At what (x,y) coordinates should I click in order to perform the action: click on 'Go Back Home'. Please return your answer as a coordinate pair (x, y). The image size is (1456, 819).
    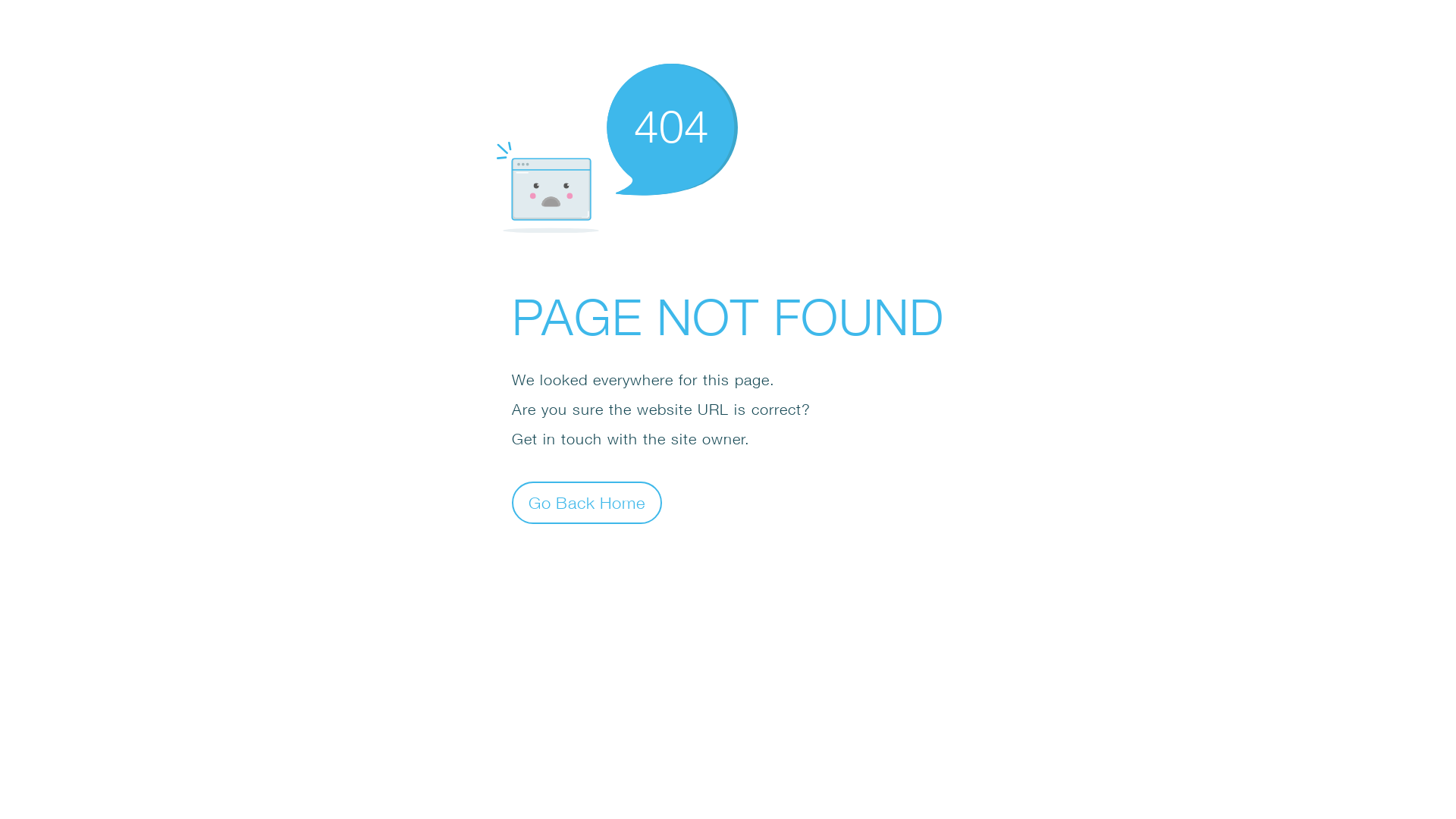
    Looking at the image, I should click on (585, 503).